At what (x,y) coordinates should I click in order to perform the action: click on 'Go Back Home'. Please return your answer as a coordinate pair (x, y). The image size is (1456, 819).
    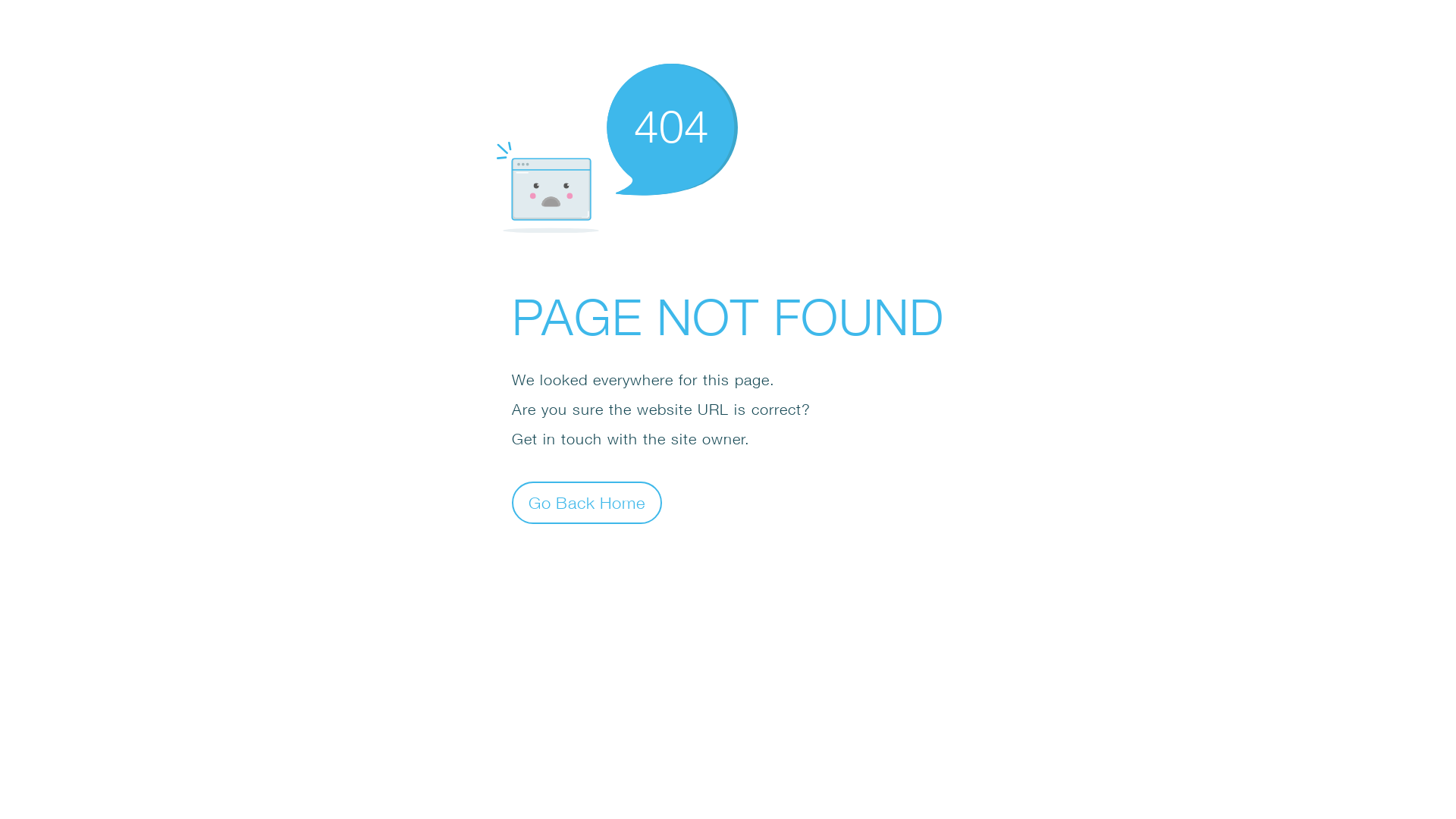
    Looking at the image, I should click on (585, 503).